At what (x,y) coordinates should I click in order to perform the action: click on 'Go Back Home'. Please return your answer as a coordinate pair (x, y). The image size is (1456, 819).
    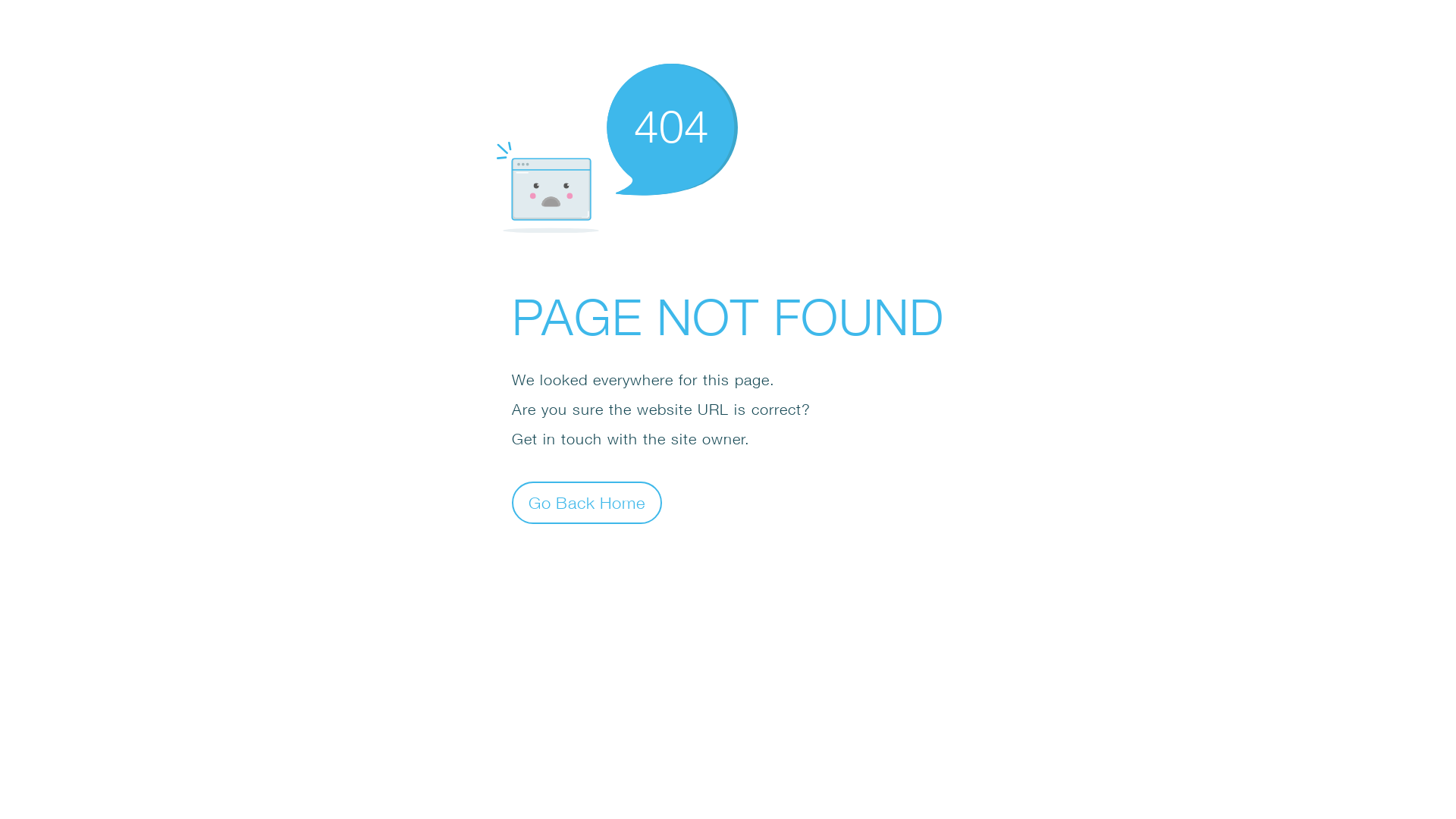
    Looking at the image, I should click on (585, 503).